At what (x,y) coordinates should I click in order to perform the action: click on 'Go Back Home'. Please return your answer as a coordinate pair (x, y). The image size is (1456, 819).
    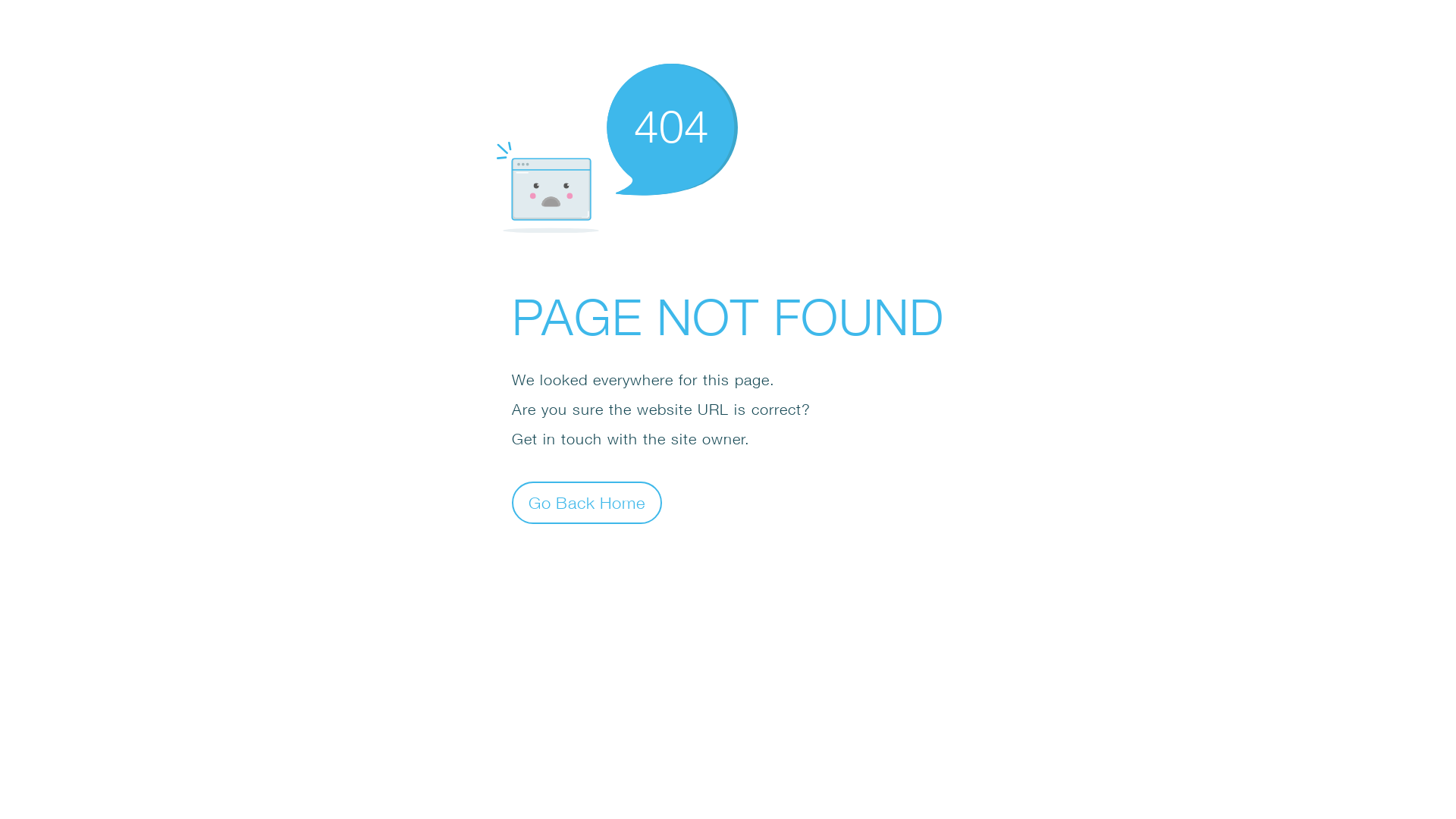
    Looking at the image, I should click on (585, 503).